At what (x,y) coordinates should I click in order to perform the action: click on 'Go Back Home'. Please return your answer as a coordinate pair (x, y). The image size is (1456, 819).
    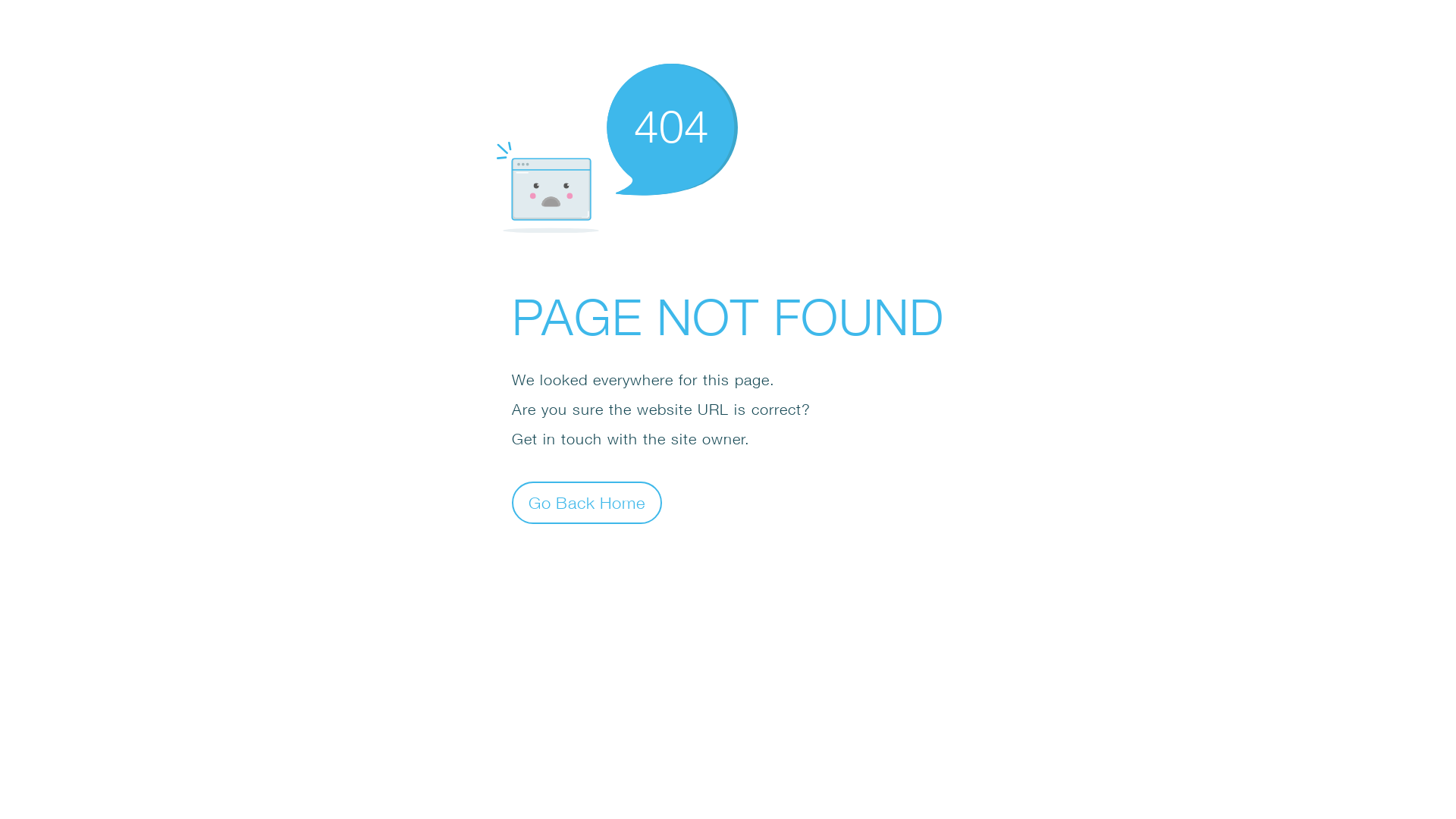
    Looking at the image, I should click on (585, 503).